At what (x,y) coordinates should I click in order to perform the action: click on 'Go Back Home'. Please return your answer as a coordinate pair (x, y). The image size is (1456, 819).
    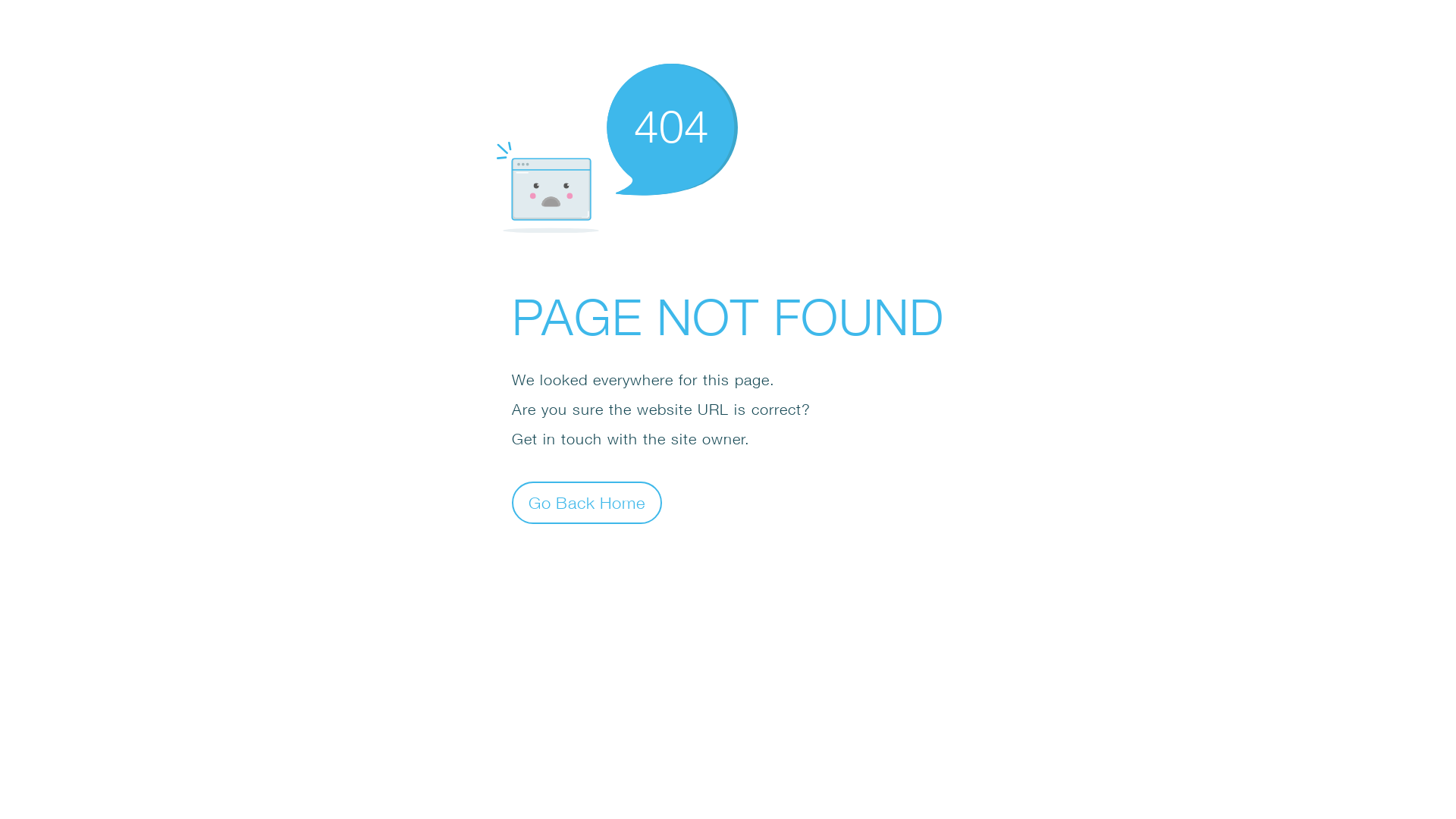
    Looking at the image, I should click on (585, 503).